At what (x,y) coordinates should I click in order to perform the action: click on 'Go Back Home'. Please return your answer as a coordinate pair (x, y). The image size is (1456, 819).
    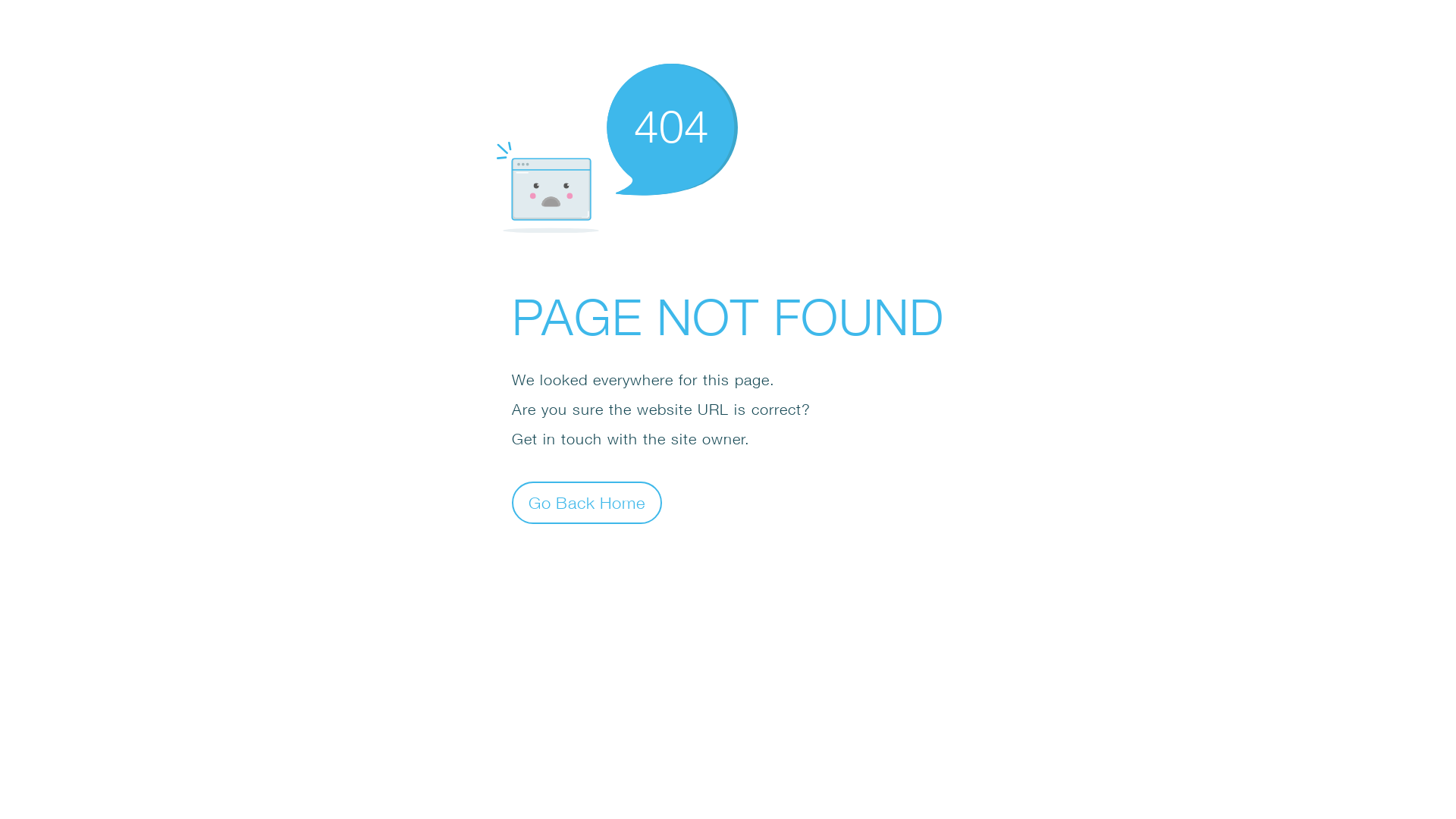
    Looking at the image, I should click on (585, 503).